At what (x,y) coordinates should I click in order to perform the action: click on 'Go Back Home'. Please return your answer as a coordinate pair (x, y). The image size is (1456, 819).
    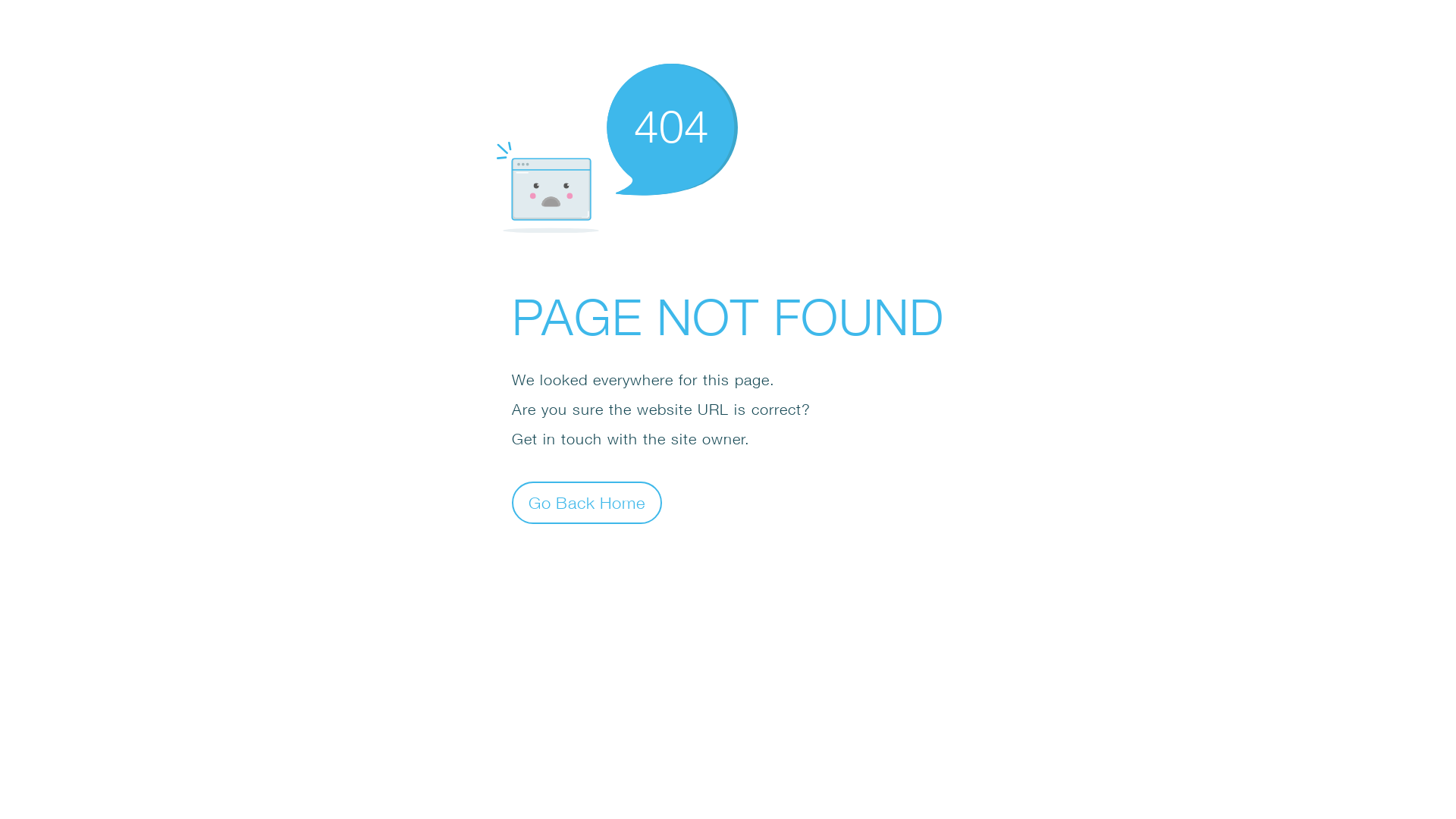
    Looking at the image, I should click on (585, 503).